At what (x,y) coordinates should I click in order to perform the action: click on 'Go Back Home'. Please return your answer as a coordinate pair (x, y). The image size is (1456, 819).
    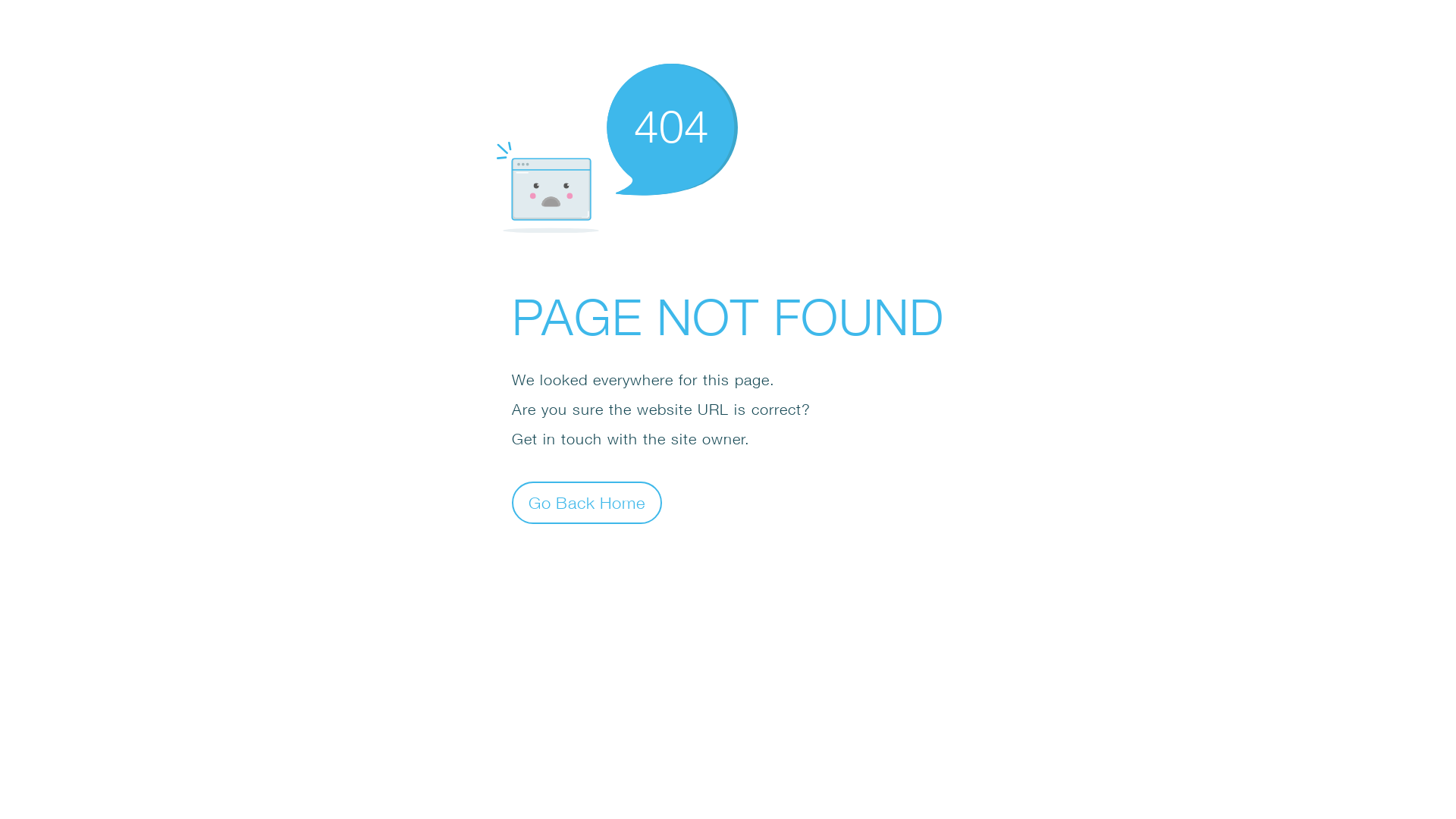
    Looking at the image, I should click on (585, 503).